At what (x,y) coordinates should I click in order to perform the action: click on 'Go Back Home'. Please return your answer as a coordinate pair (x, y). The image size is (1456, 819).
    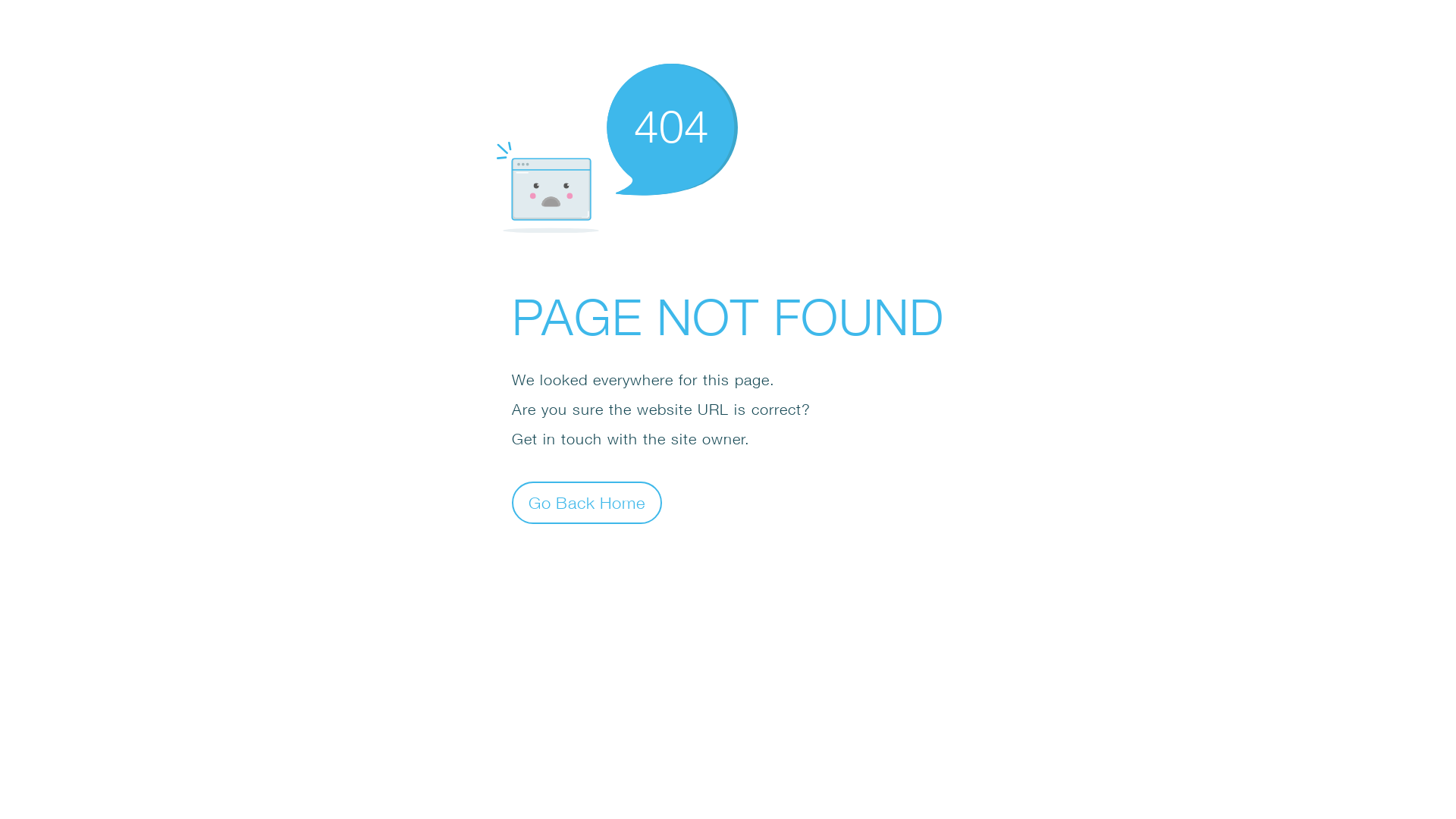
    Looking at the image, I should click on (585, 503).